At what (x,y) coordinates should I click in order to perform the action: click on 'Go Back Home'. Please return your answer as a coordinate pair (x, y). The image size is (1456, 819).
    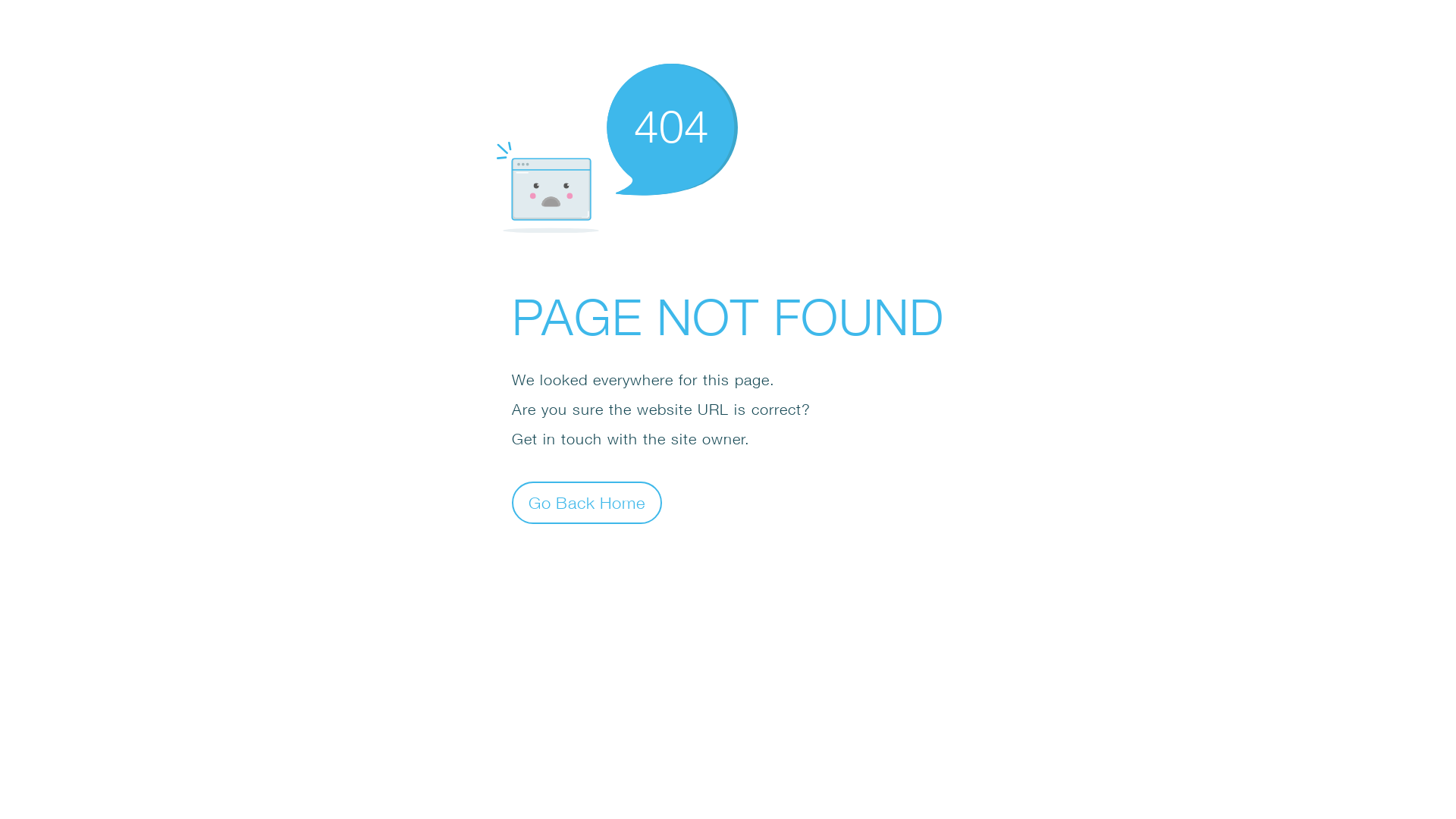
    Looking at the image, I should click on (585, 503).